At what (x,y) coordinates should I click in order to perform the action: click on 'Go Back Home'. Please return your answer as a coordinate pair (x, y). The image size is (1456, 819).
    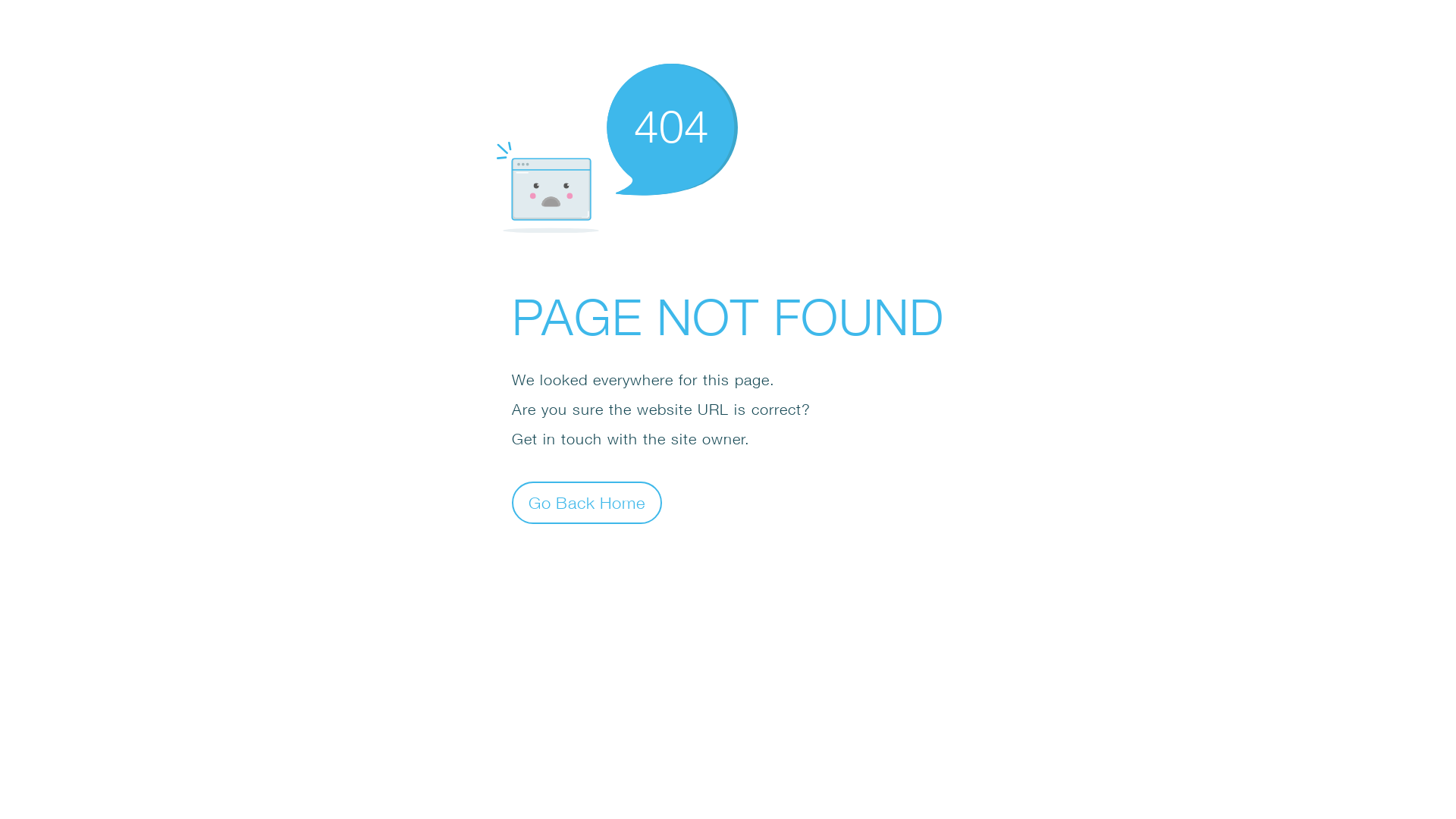
    Looking at the image, I should click on (585, 503).